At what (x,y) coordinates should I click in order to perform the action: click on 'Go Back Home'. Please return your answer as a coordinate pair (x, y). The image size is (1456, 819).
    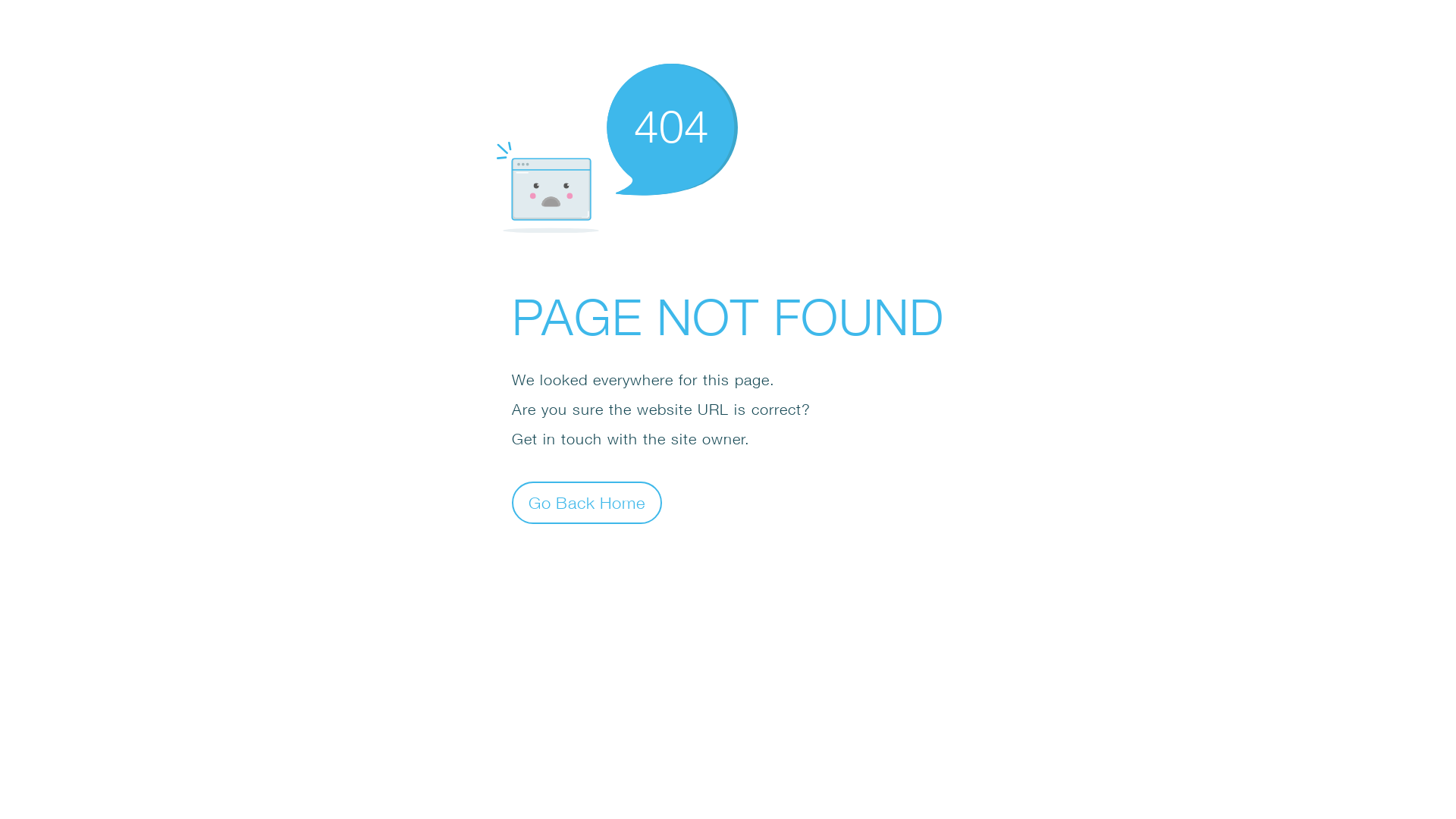
    Looking at the image, I should click on (585, 503).